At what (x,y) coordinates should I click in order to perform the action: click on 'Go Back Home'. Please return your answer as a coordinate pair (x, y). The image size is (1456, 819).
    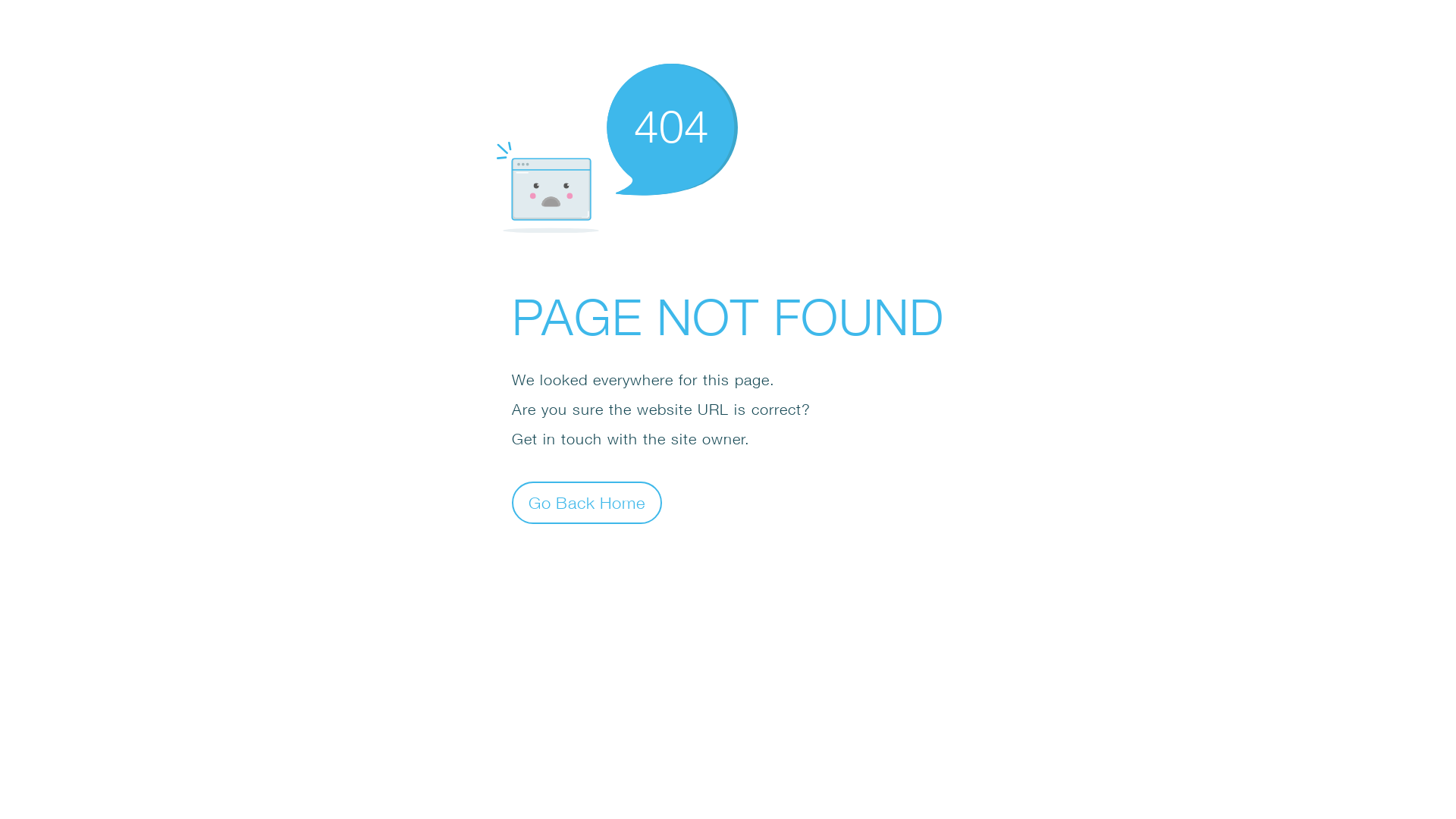
    Looking at the image, I should click on (585, 503).